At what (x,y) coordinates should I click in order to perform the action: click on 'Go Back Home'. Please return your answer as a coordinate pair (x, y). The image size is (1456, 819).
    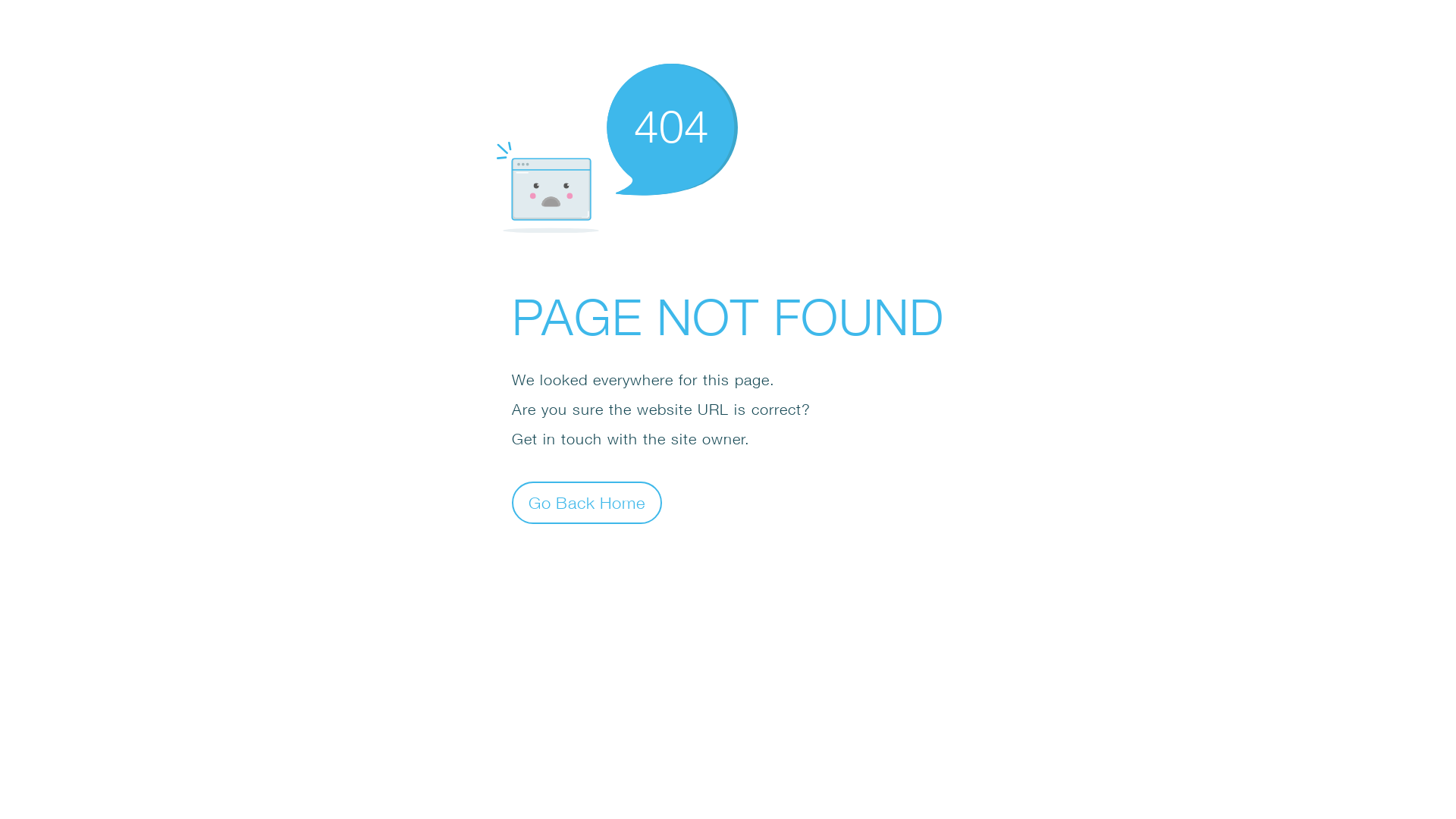
    Looking at the image, I should click on (585, 503).